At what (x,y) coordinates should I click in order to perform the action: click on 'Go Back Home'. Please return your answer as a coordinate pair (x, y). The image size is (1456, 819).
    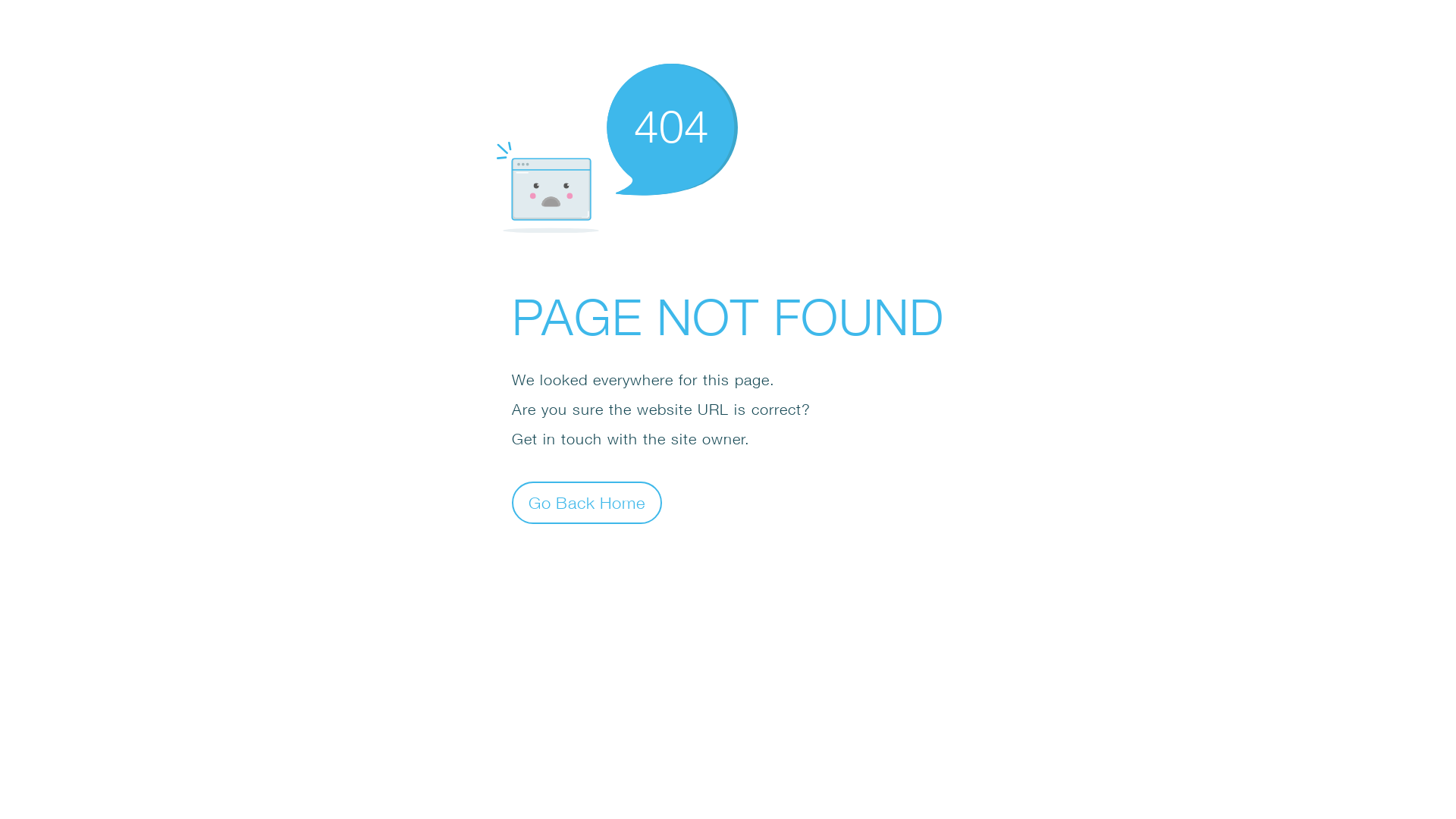
    Looking at the image, I should click on (585, 503).